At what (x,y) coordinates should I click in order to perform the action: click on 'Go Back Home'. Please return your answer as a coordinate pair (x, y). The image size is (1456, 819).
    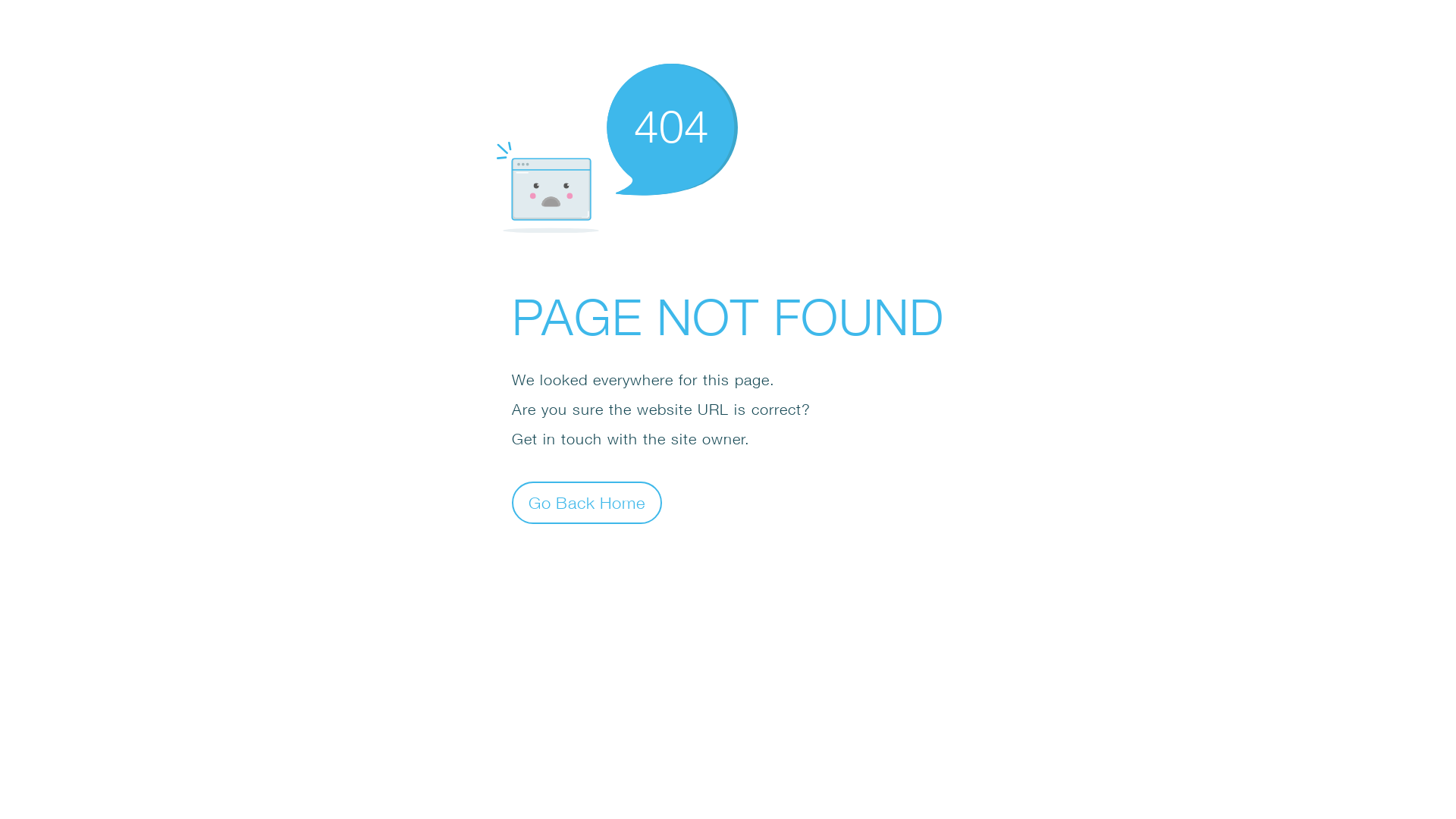
    Looking at the image, I should click on (585, 503).